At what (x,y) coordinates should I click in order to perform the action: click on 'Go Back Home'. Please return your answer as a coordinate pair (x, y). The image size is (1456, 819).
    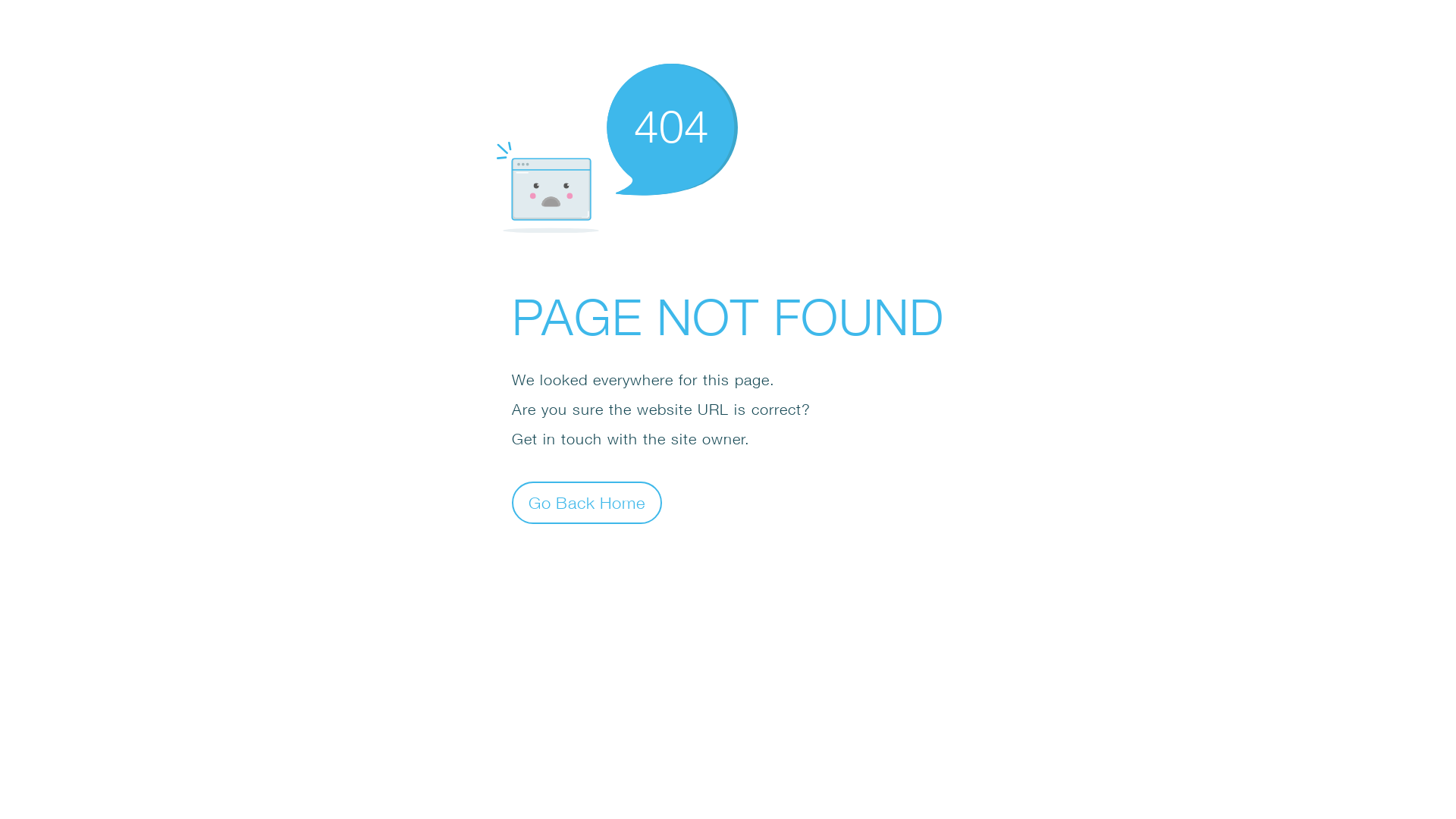
    Looking at the image, I should click on (585, 503).